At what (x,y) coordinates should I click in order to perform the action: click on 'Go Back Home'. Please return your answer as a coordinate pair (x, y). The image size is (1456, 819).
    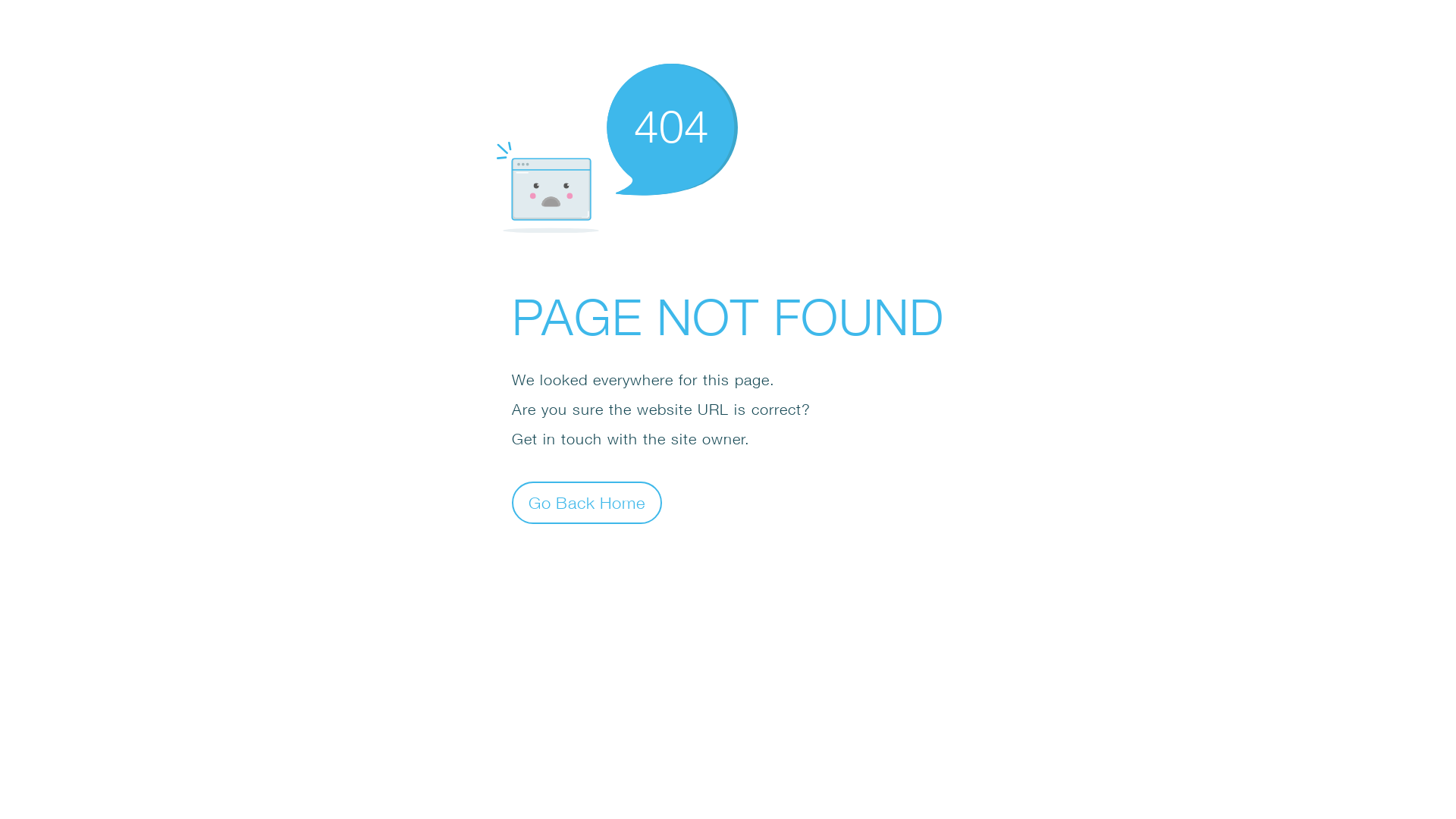
    Looking at the image, I should click on (585, 503).